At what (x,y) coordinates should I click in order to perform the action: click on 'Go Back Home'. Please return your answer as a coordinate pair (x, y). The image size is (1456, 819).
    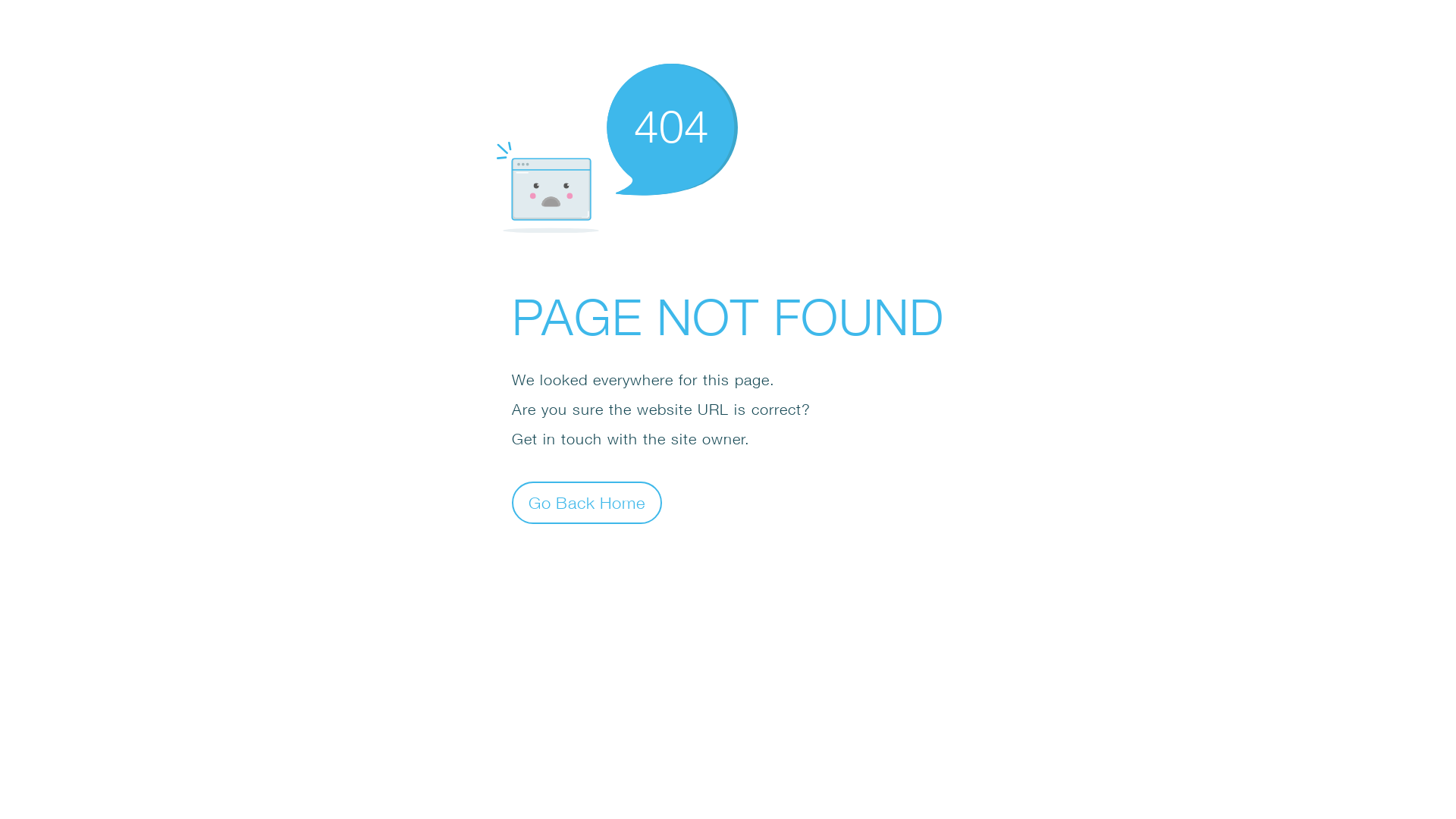
    Looking at the image, I should click on (585, 503).